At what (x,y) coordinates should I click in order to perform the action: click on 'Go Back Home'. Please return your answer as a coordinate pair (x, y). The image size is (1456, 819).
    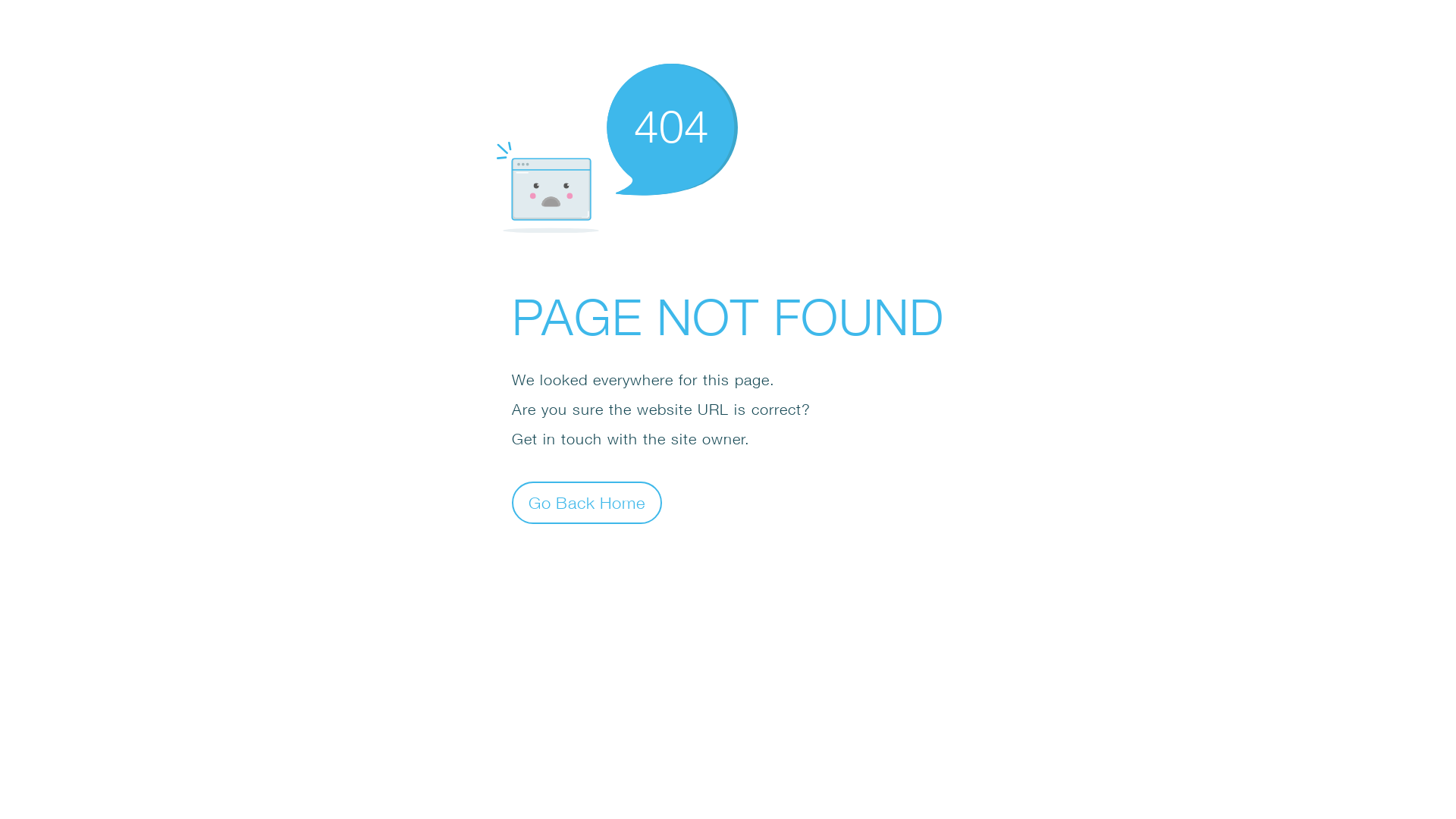
    Looking at the image, I should click on (585, 503).